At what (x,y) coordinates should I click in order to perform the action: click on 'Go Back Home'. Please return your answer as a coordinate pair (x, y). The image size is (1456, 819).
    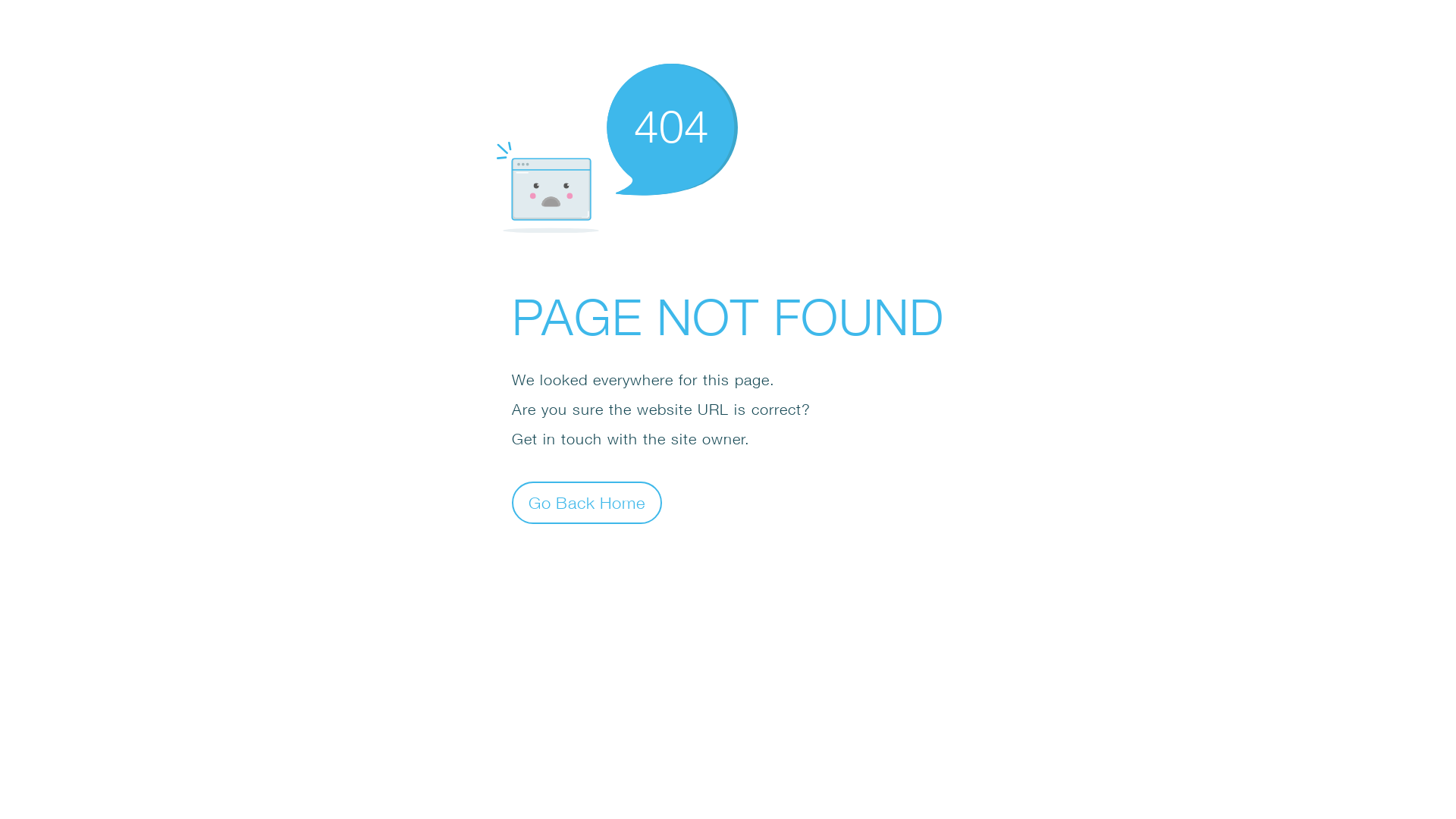
    Looking at the image, I should click on (585, 503).